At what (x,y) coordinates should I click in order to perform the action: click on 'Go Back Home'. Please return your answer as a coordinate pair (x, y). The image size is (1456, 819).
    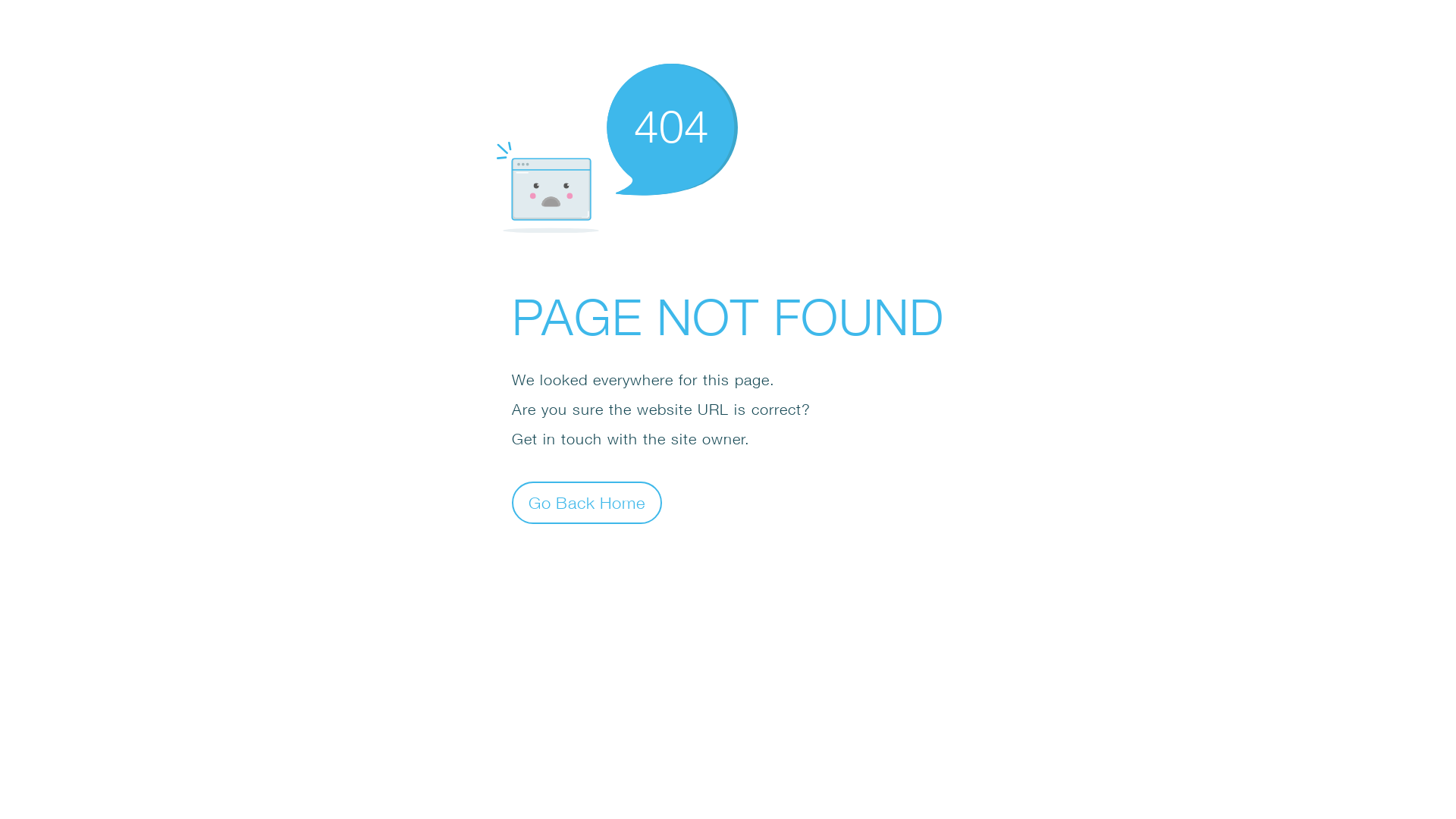
    Looking at the image, I should click on (585, 503).